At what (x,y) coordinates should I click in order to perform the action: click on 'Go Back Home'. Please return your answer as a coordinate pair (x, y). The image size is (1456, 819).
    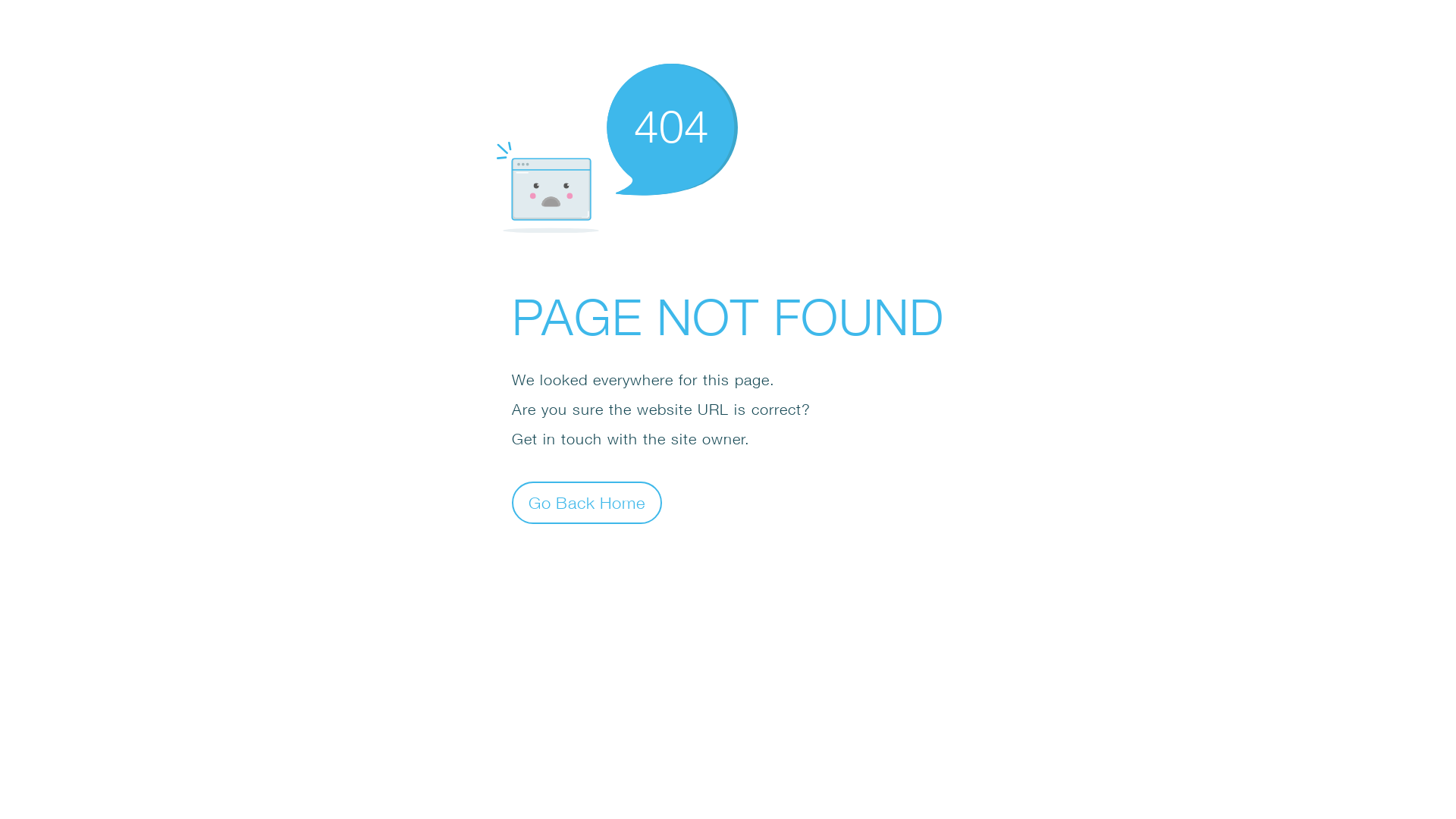
    Looking at the image, I should click on (585, 503).